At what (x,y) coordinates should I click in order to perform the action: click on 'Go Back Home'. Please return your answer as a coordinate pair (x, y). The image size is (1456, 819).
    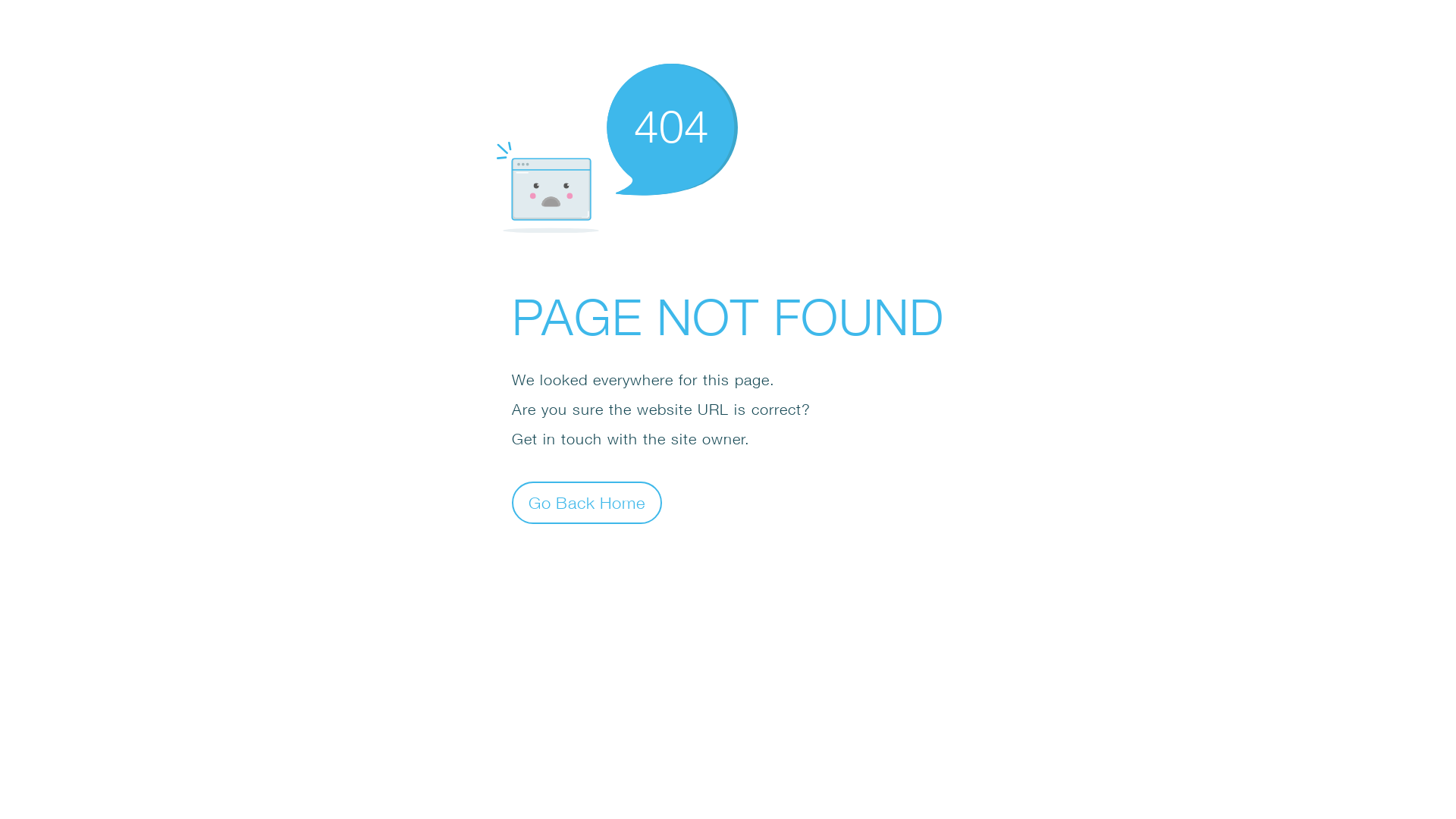
    Looking at the image, I should click on (585, 503).